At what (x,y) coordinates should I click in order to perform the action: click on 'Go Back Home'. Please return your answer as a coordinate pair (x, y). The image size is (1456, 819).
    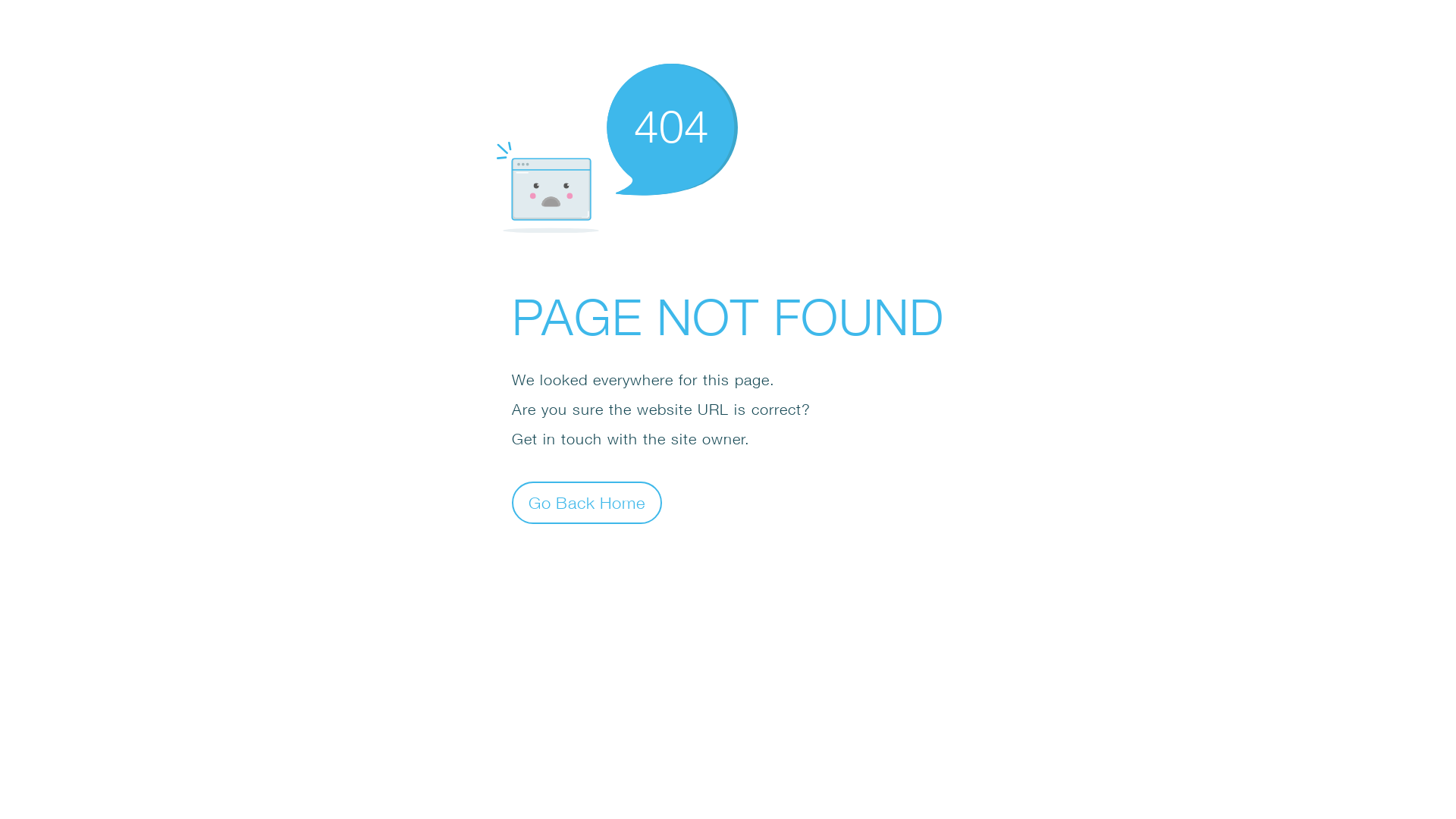
    Looking at the image, I should click on (585, 503).